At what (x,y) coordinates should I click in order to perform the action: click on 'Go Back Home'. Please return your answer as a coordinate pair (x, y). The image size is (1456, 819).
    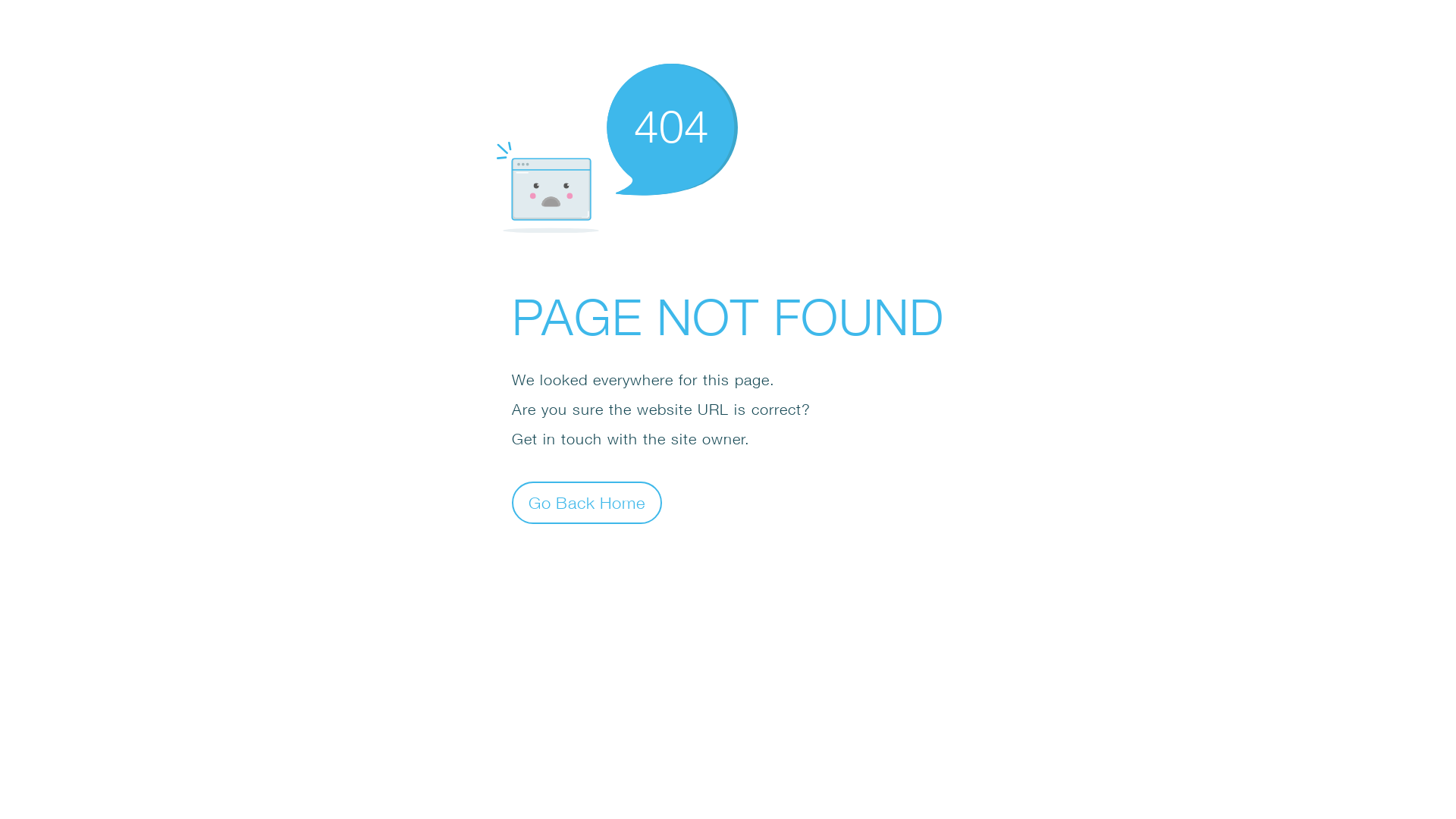
    Looking at the image, I should click on (585, 503).